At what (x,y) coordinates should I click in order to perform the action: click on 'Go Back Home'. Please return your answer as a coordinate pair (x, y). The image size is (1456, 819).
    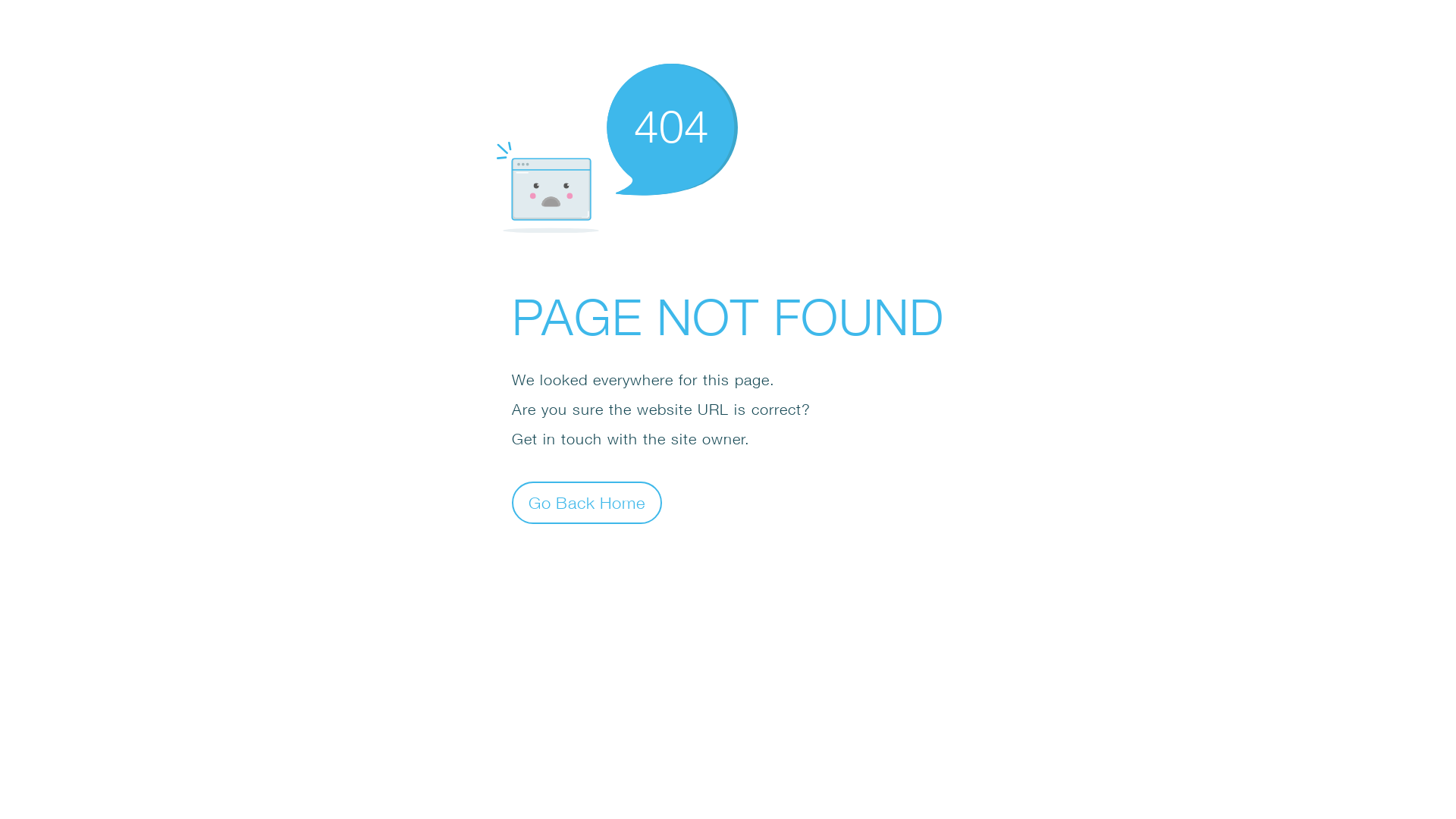
    Looking at the image, I should click on (585, 503).